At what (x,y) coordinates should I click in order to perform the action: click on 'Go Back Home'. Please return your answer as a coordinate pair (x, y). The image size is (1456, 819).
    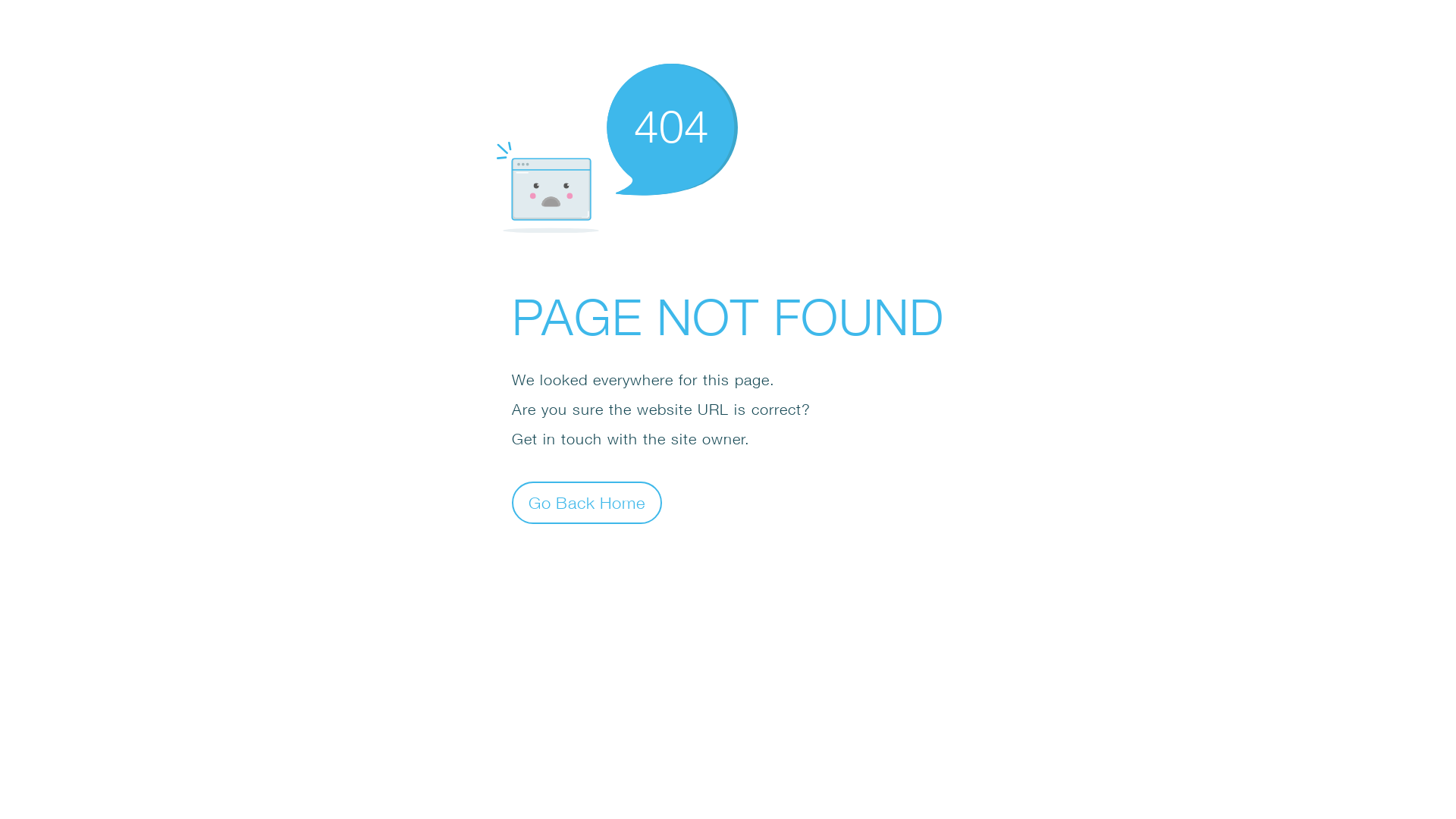
    Looking at the image, I should click on (585, 503).